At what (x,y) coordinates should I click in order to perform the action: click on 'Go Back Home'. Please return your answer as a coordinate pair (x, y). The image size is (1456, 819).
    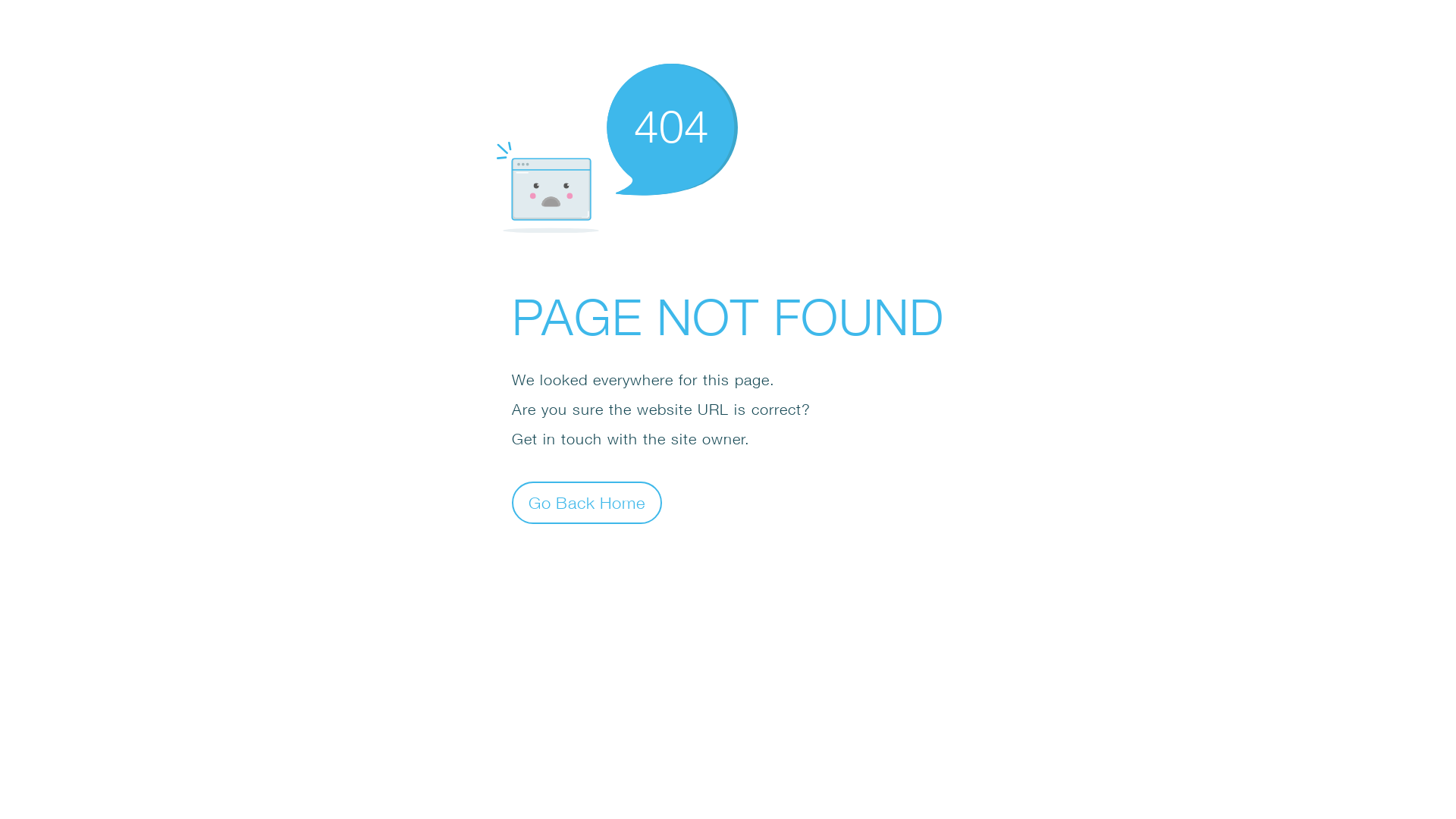
    Looking at the image, I should click on (585, 503).